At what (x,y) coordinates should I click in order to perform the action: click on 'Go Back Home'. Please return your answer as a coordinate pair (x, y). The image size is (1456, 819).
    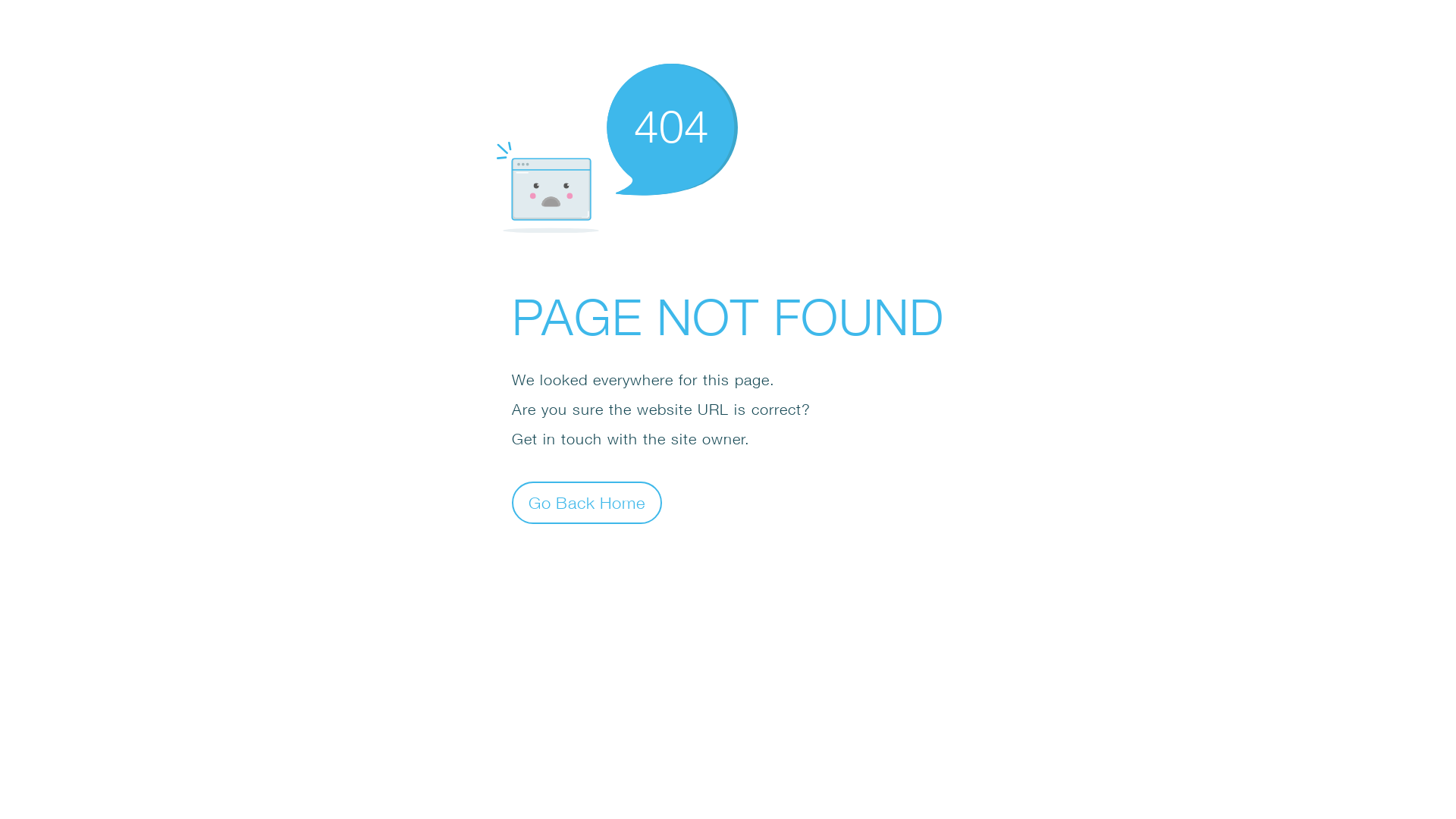
    Looking at the image, I should click on (585, 503).